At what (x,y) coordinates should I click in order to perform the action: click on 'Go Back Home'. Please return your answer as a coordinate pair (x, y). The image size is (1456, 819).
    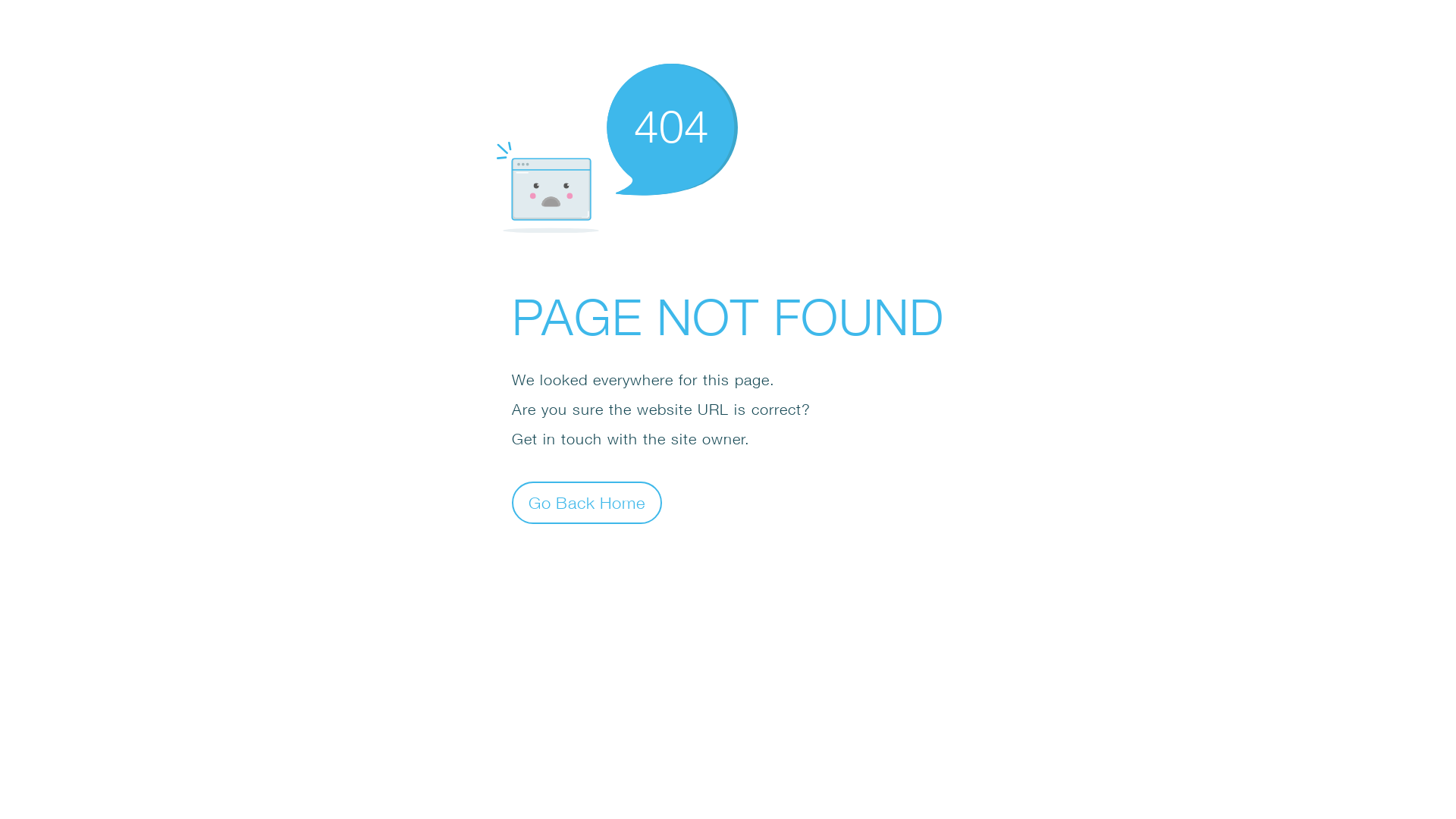
    Looking at the image, I should click on (585, 503).